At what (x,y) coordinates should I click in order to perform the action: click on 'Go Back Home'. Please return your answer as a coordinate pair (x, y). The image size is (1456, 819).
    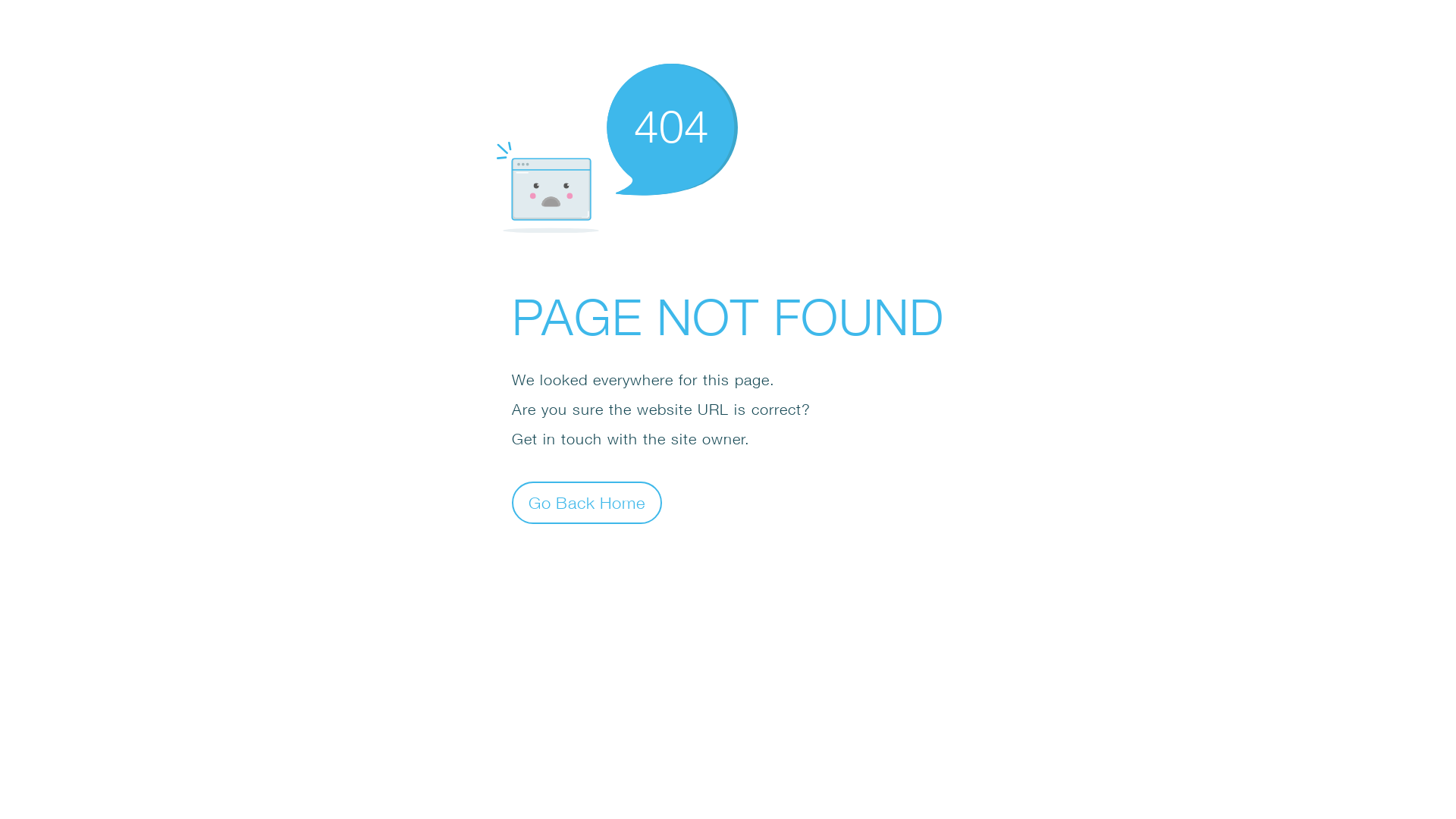
    Looking at the image, I should click on (585, 503).